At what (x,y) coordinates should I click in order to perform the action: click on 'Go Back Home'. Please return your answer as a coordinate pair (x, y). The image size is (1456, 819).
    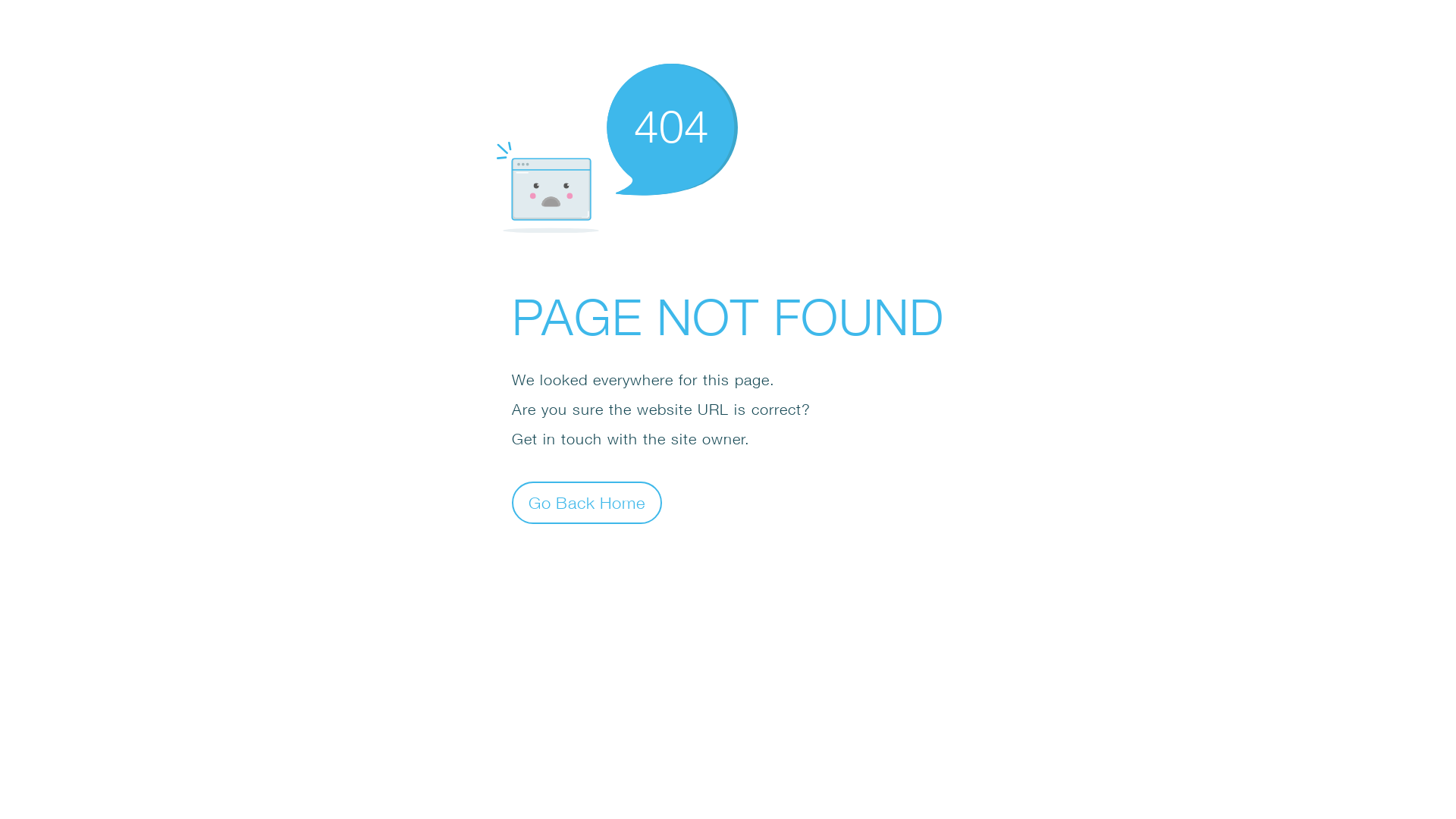
    Looking at the image, I should click on (585, 503).